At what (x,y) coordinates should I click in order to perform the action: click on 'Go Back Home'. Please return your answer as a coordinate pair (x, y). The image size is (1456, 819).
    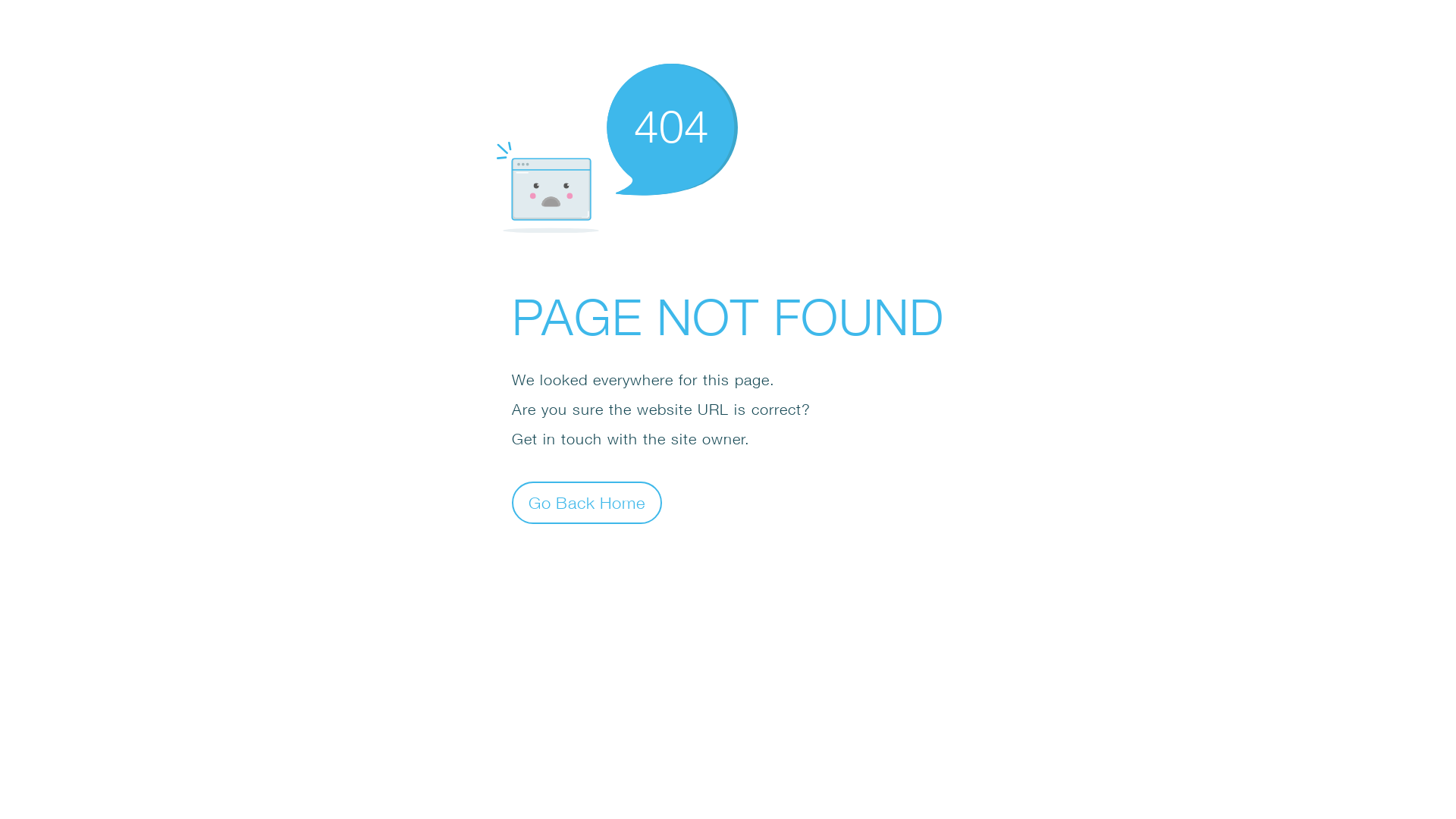
    Looking at the image, I should click on (585, 503).